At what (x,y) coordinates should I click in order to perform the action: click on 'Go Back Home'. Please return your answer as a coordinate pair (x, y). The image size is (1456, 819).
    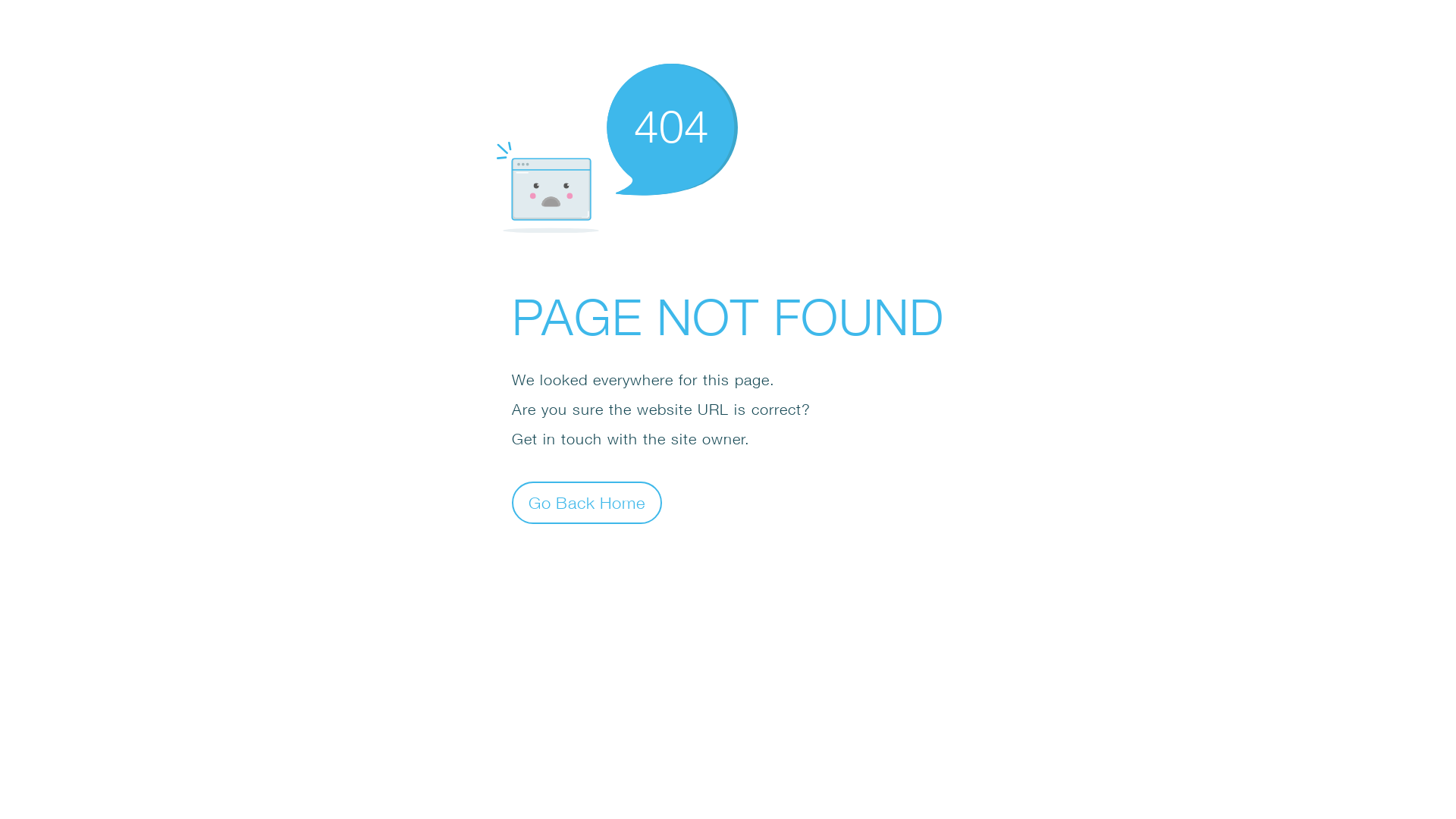
    Looking at the image, I should click on (585, 503).